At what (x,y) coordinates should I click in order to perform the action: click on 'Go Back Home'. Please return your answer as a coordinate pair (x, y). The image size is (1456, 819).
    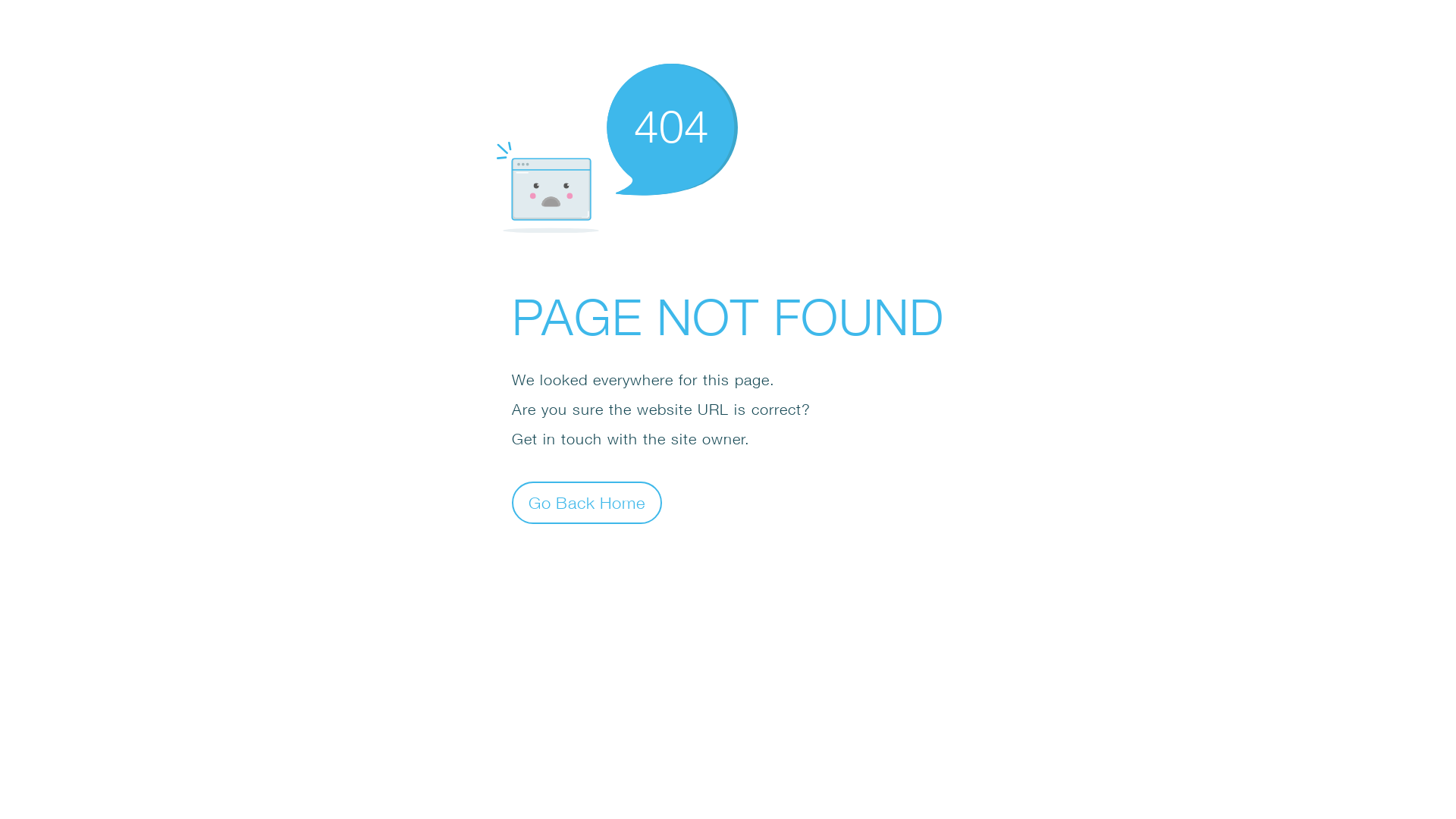
    Looking at the image, I should click on (585, 503).